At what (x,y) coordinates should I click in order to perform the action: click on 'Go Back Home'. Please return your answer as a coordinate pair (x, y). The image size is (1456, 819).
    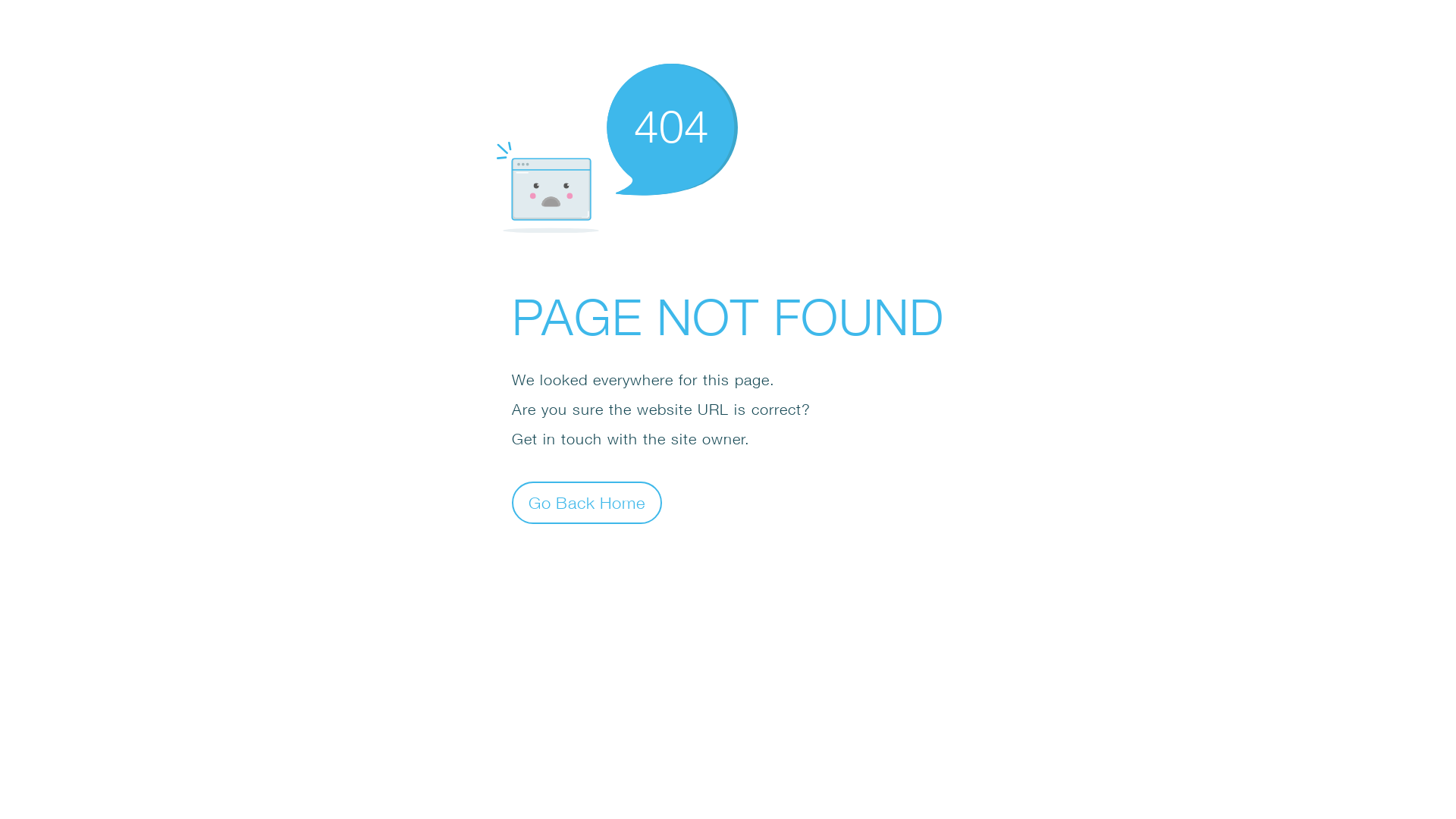
    Looking at the image, I should click on (585, 503).